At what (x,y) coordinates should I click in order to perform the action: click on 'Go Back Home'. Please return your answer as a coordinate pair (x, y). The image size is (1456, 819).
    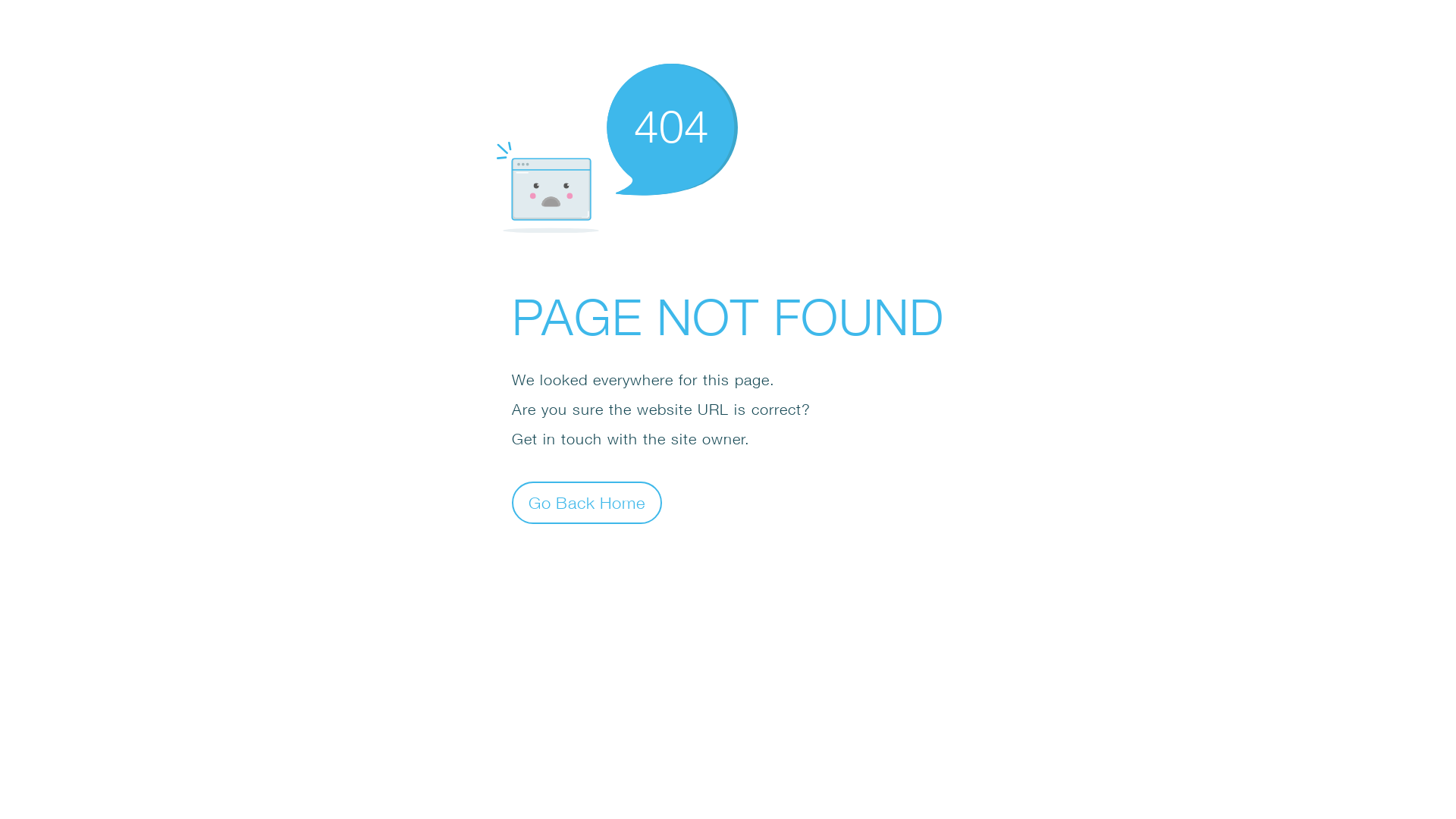
    Looking at the image, I should click on (585, 503).